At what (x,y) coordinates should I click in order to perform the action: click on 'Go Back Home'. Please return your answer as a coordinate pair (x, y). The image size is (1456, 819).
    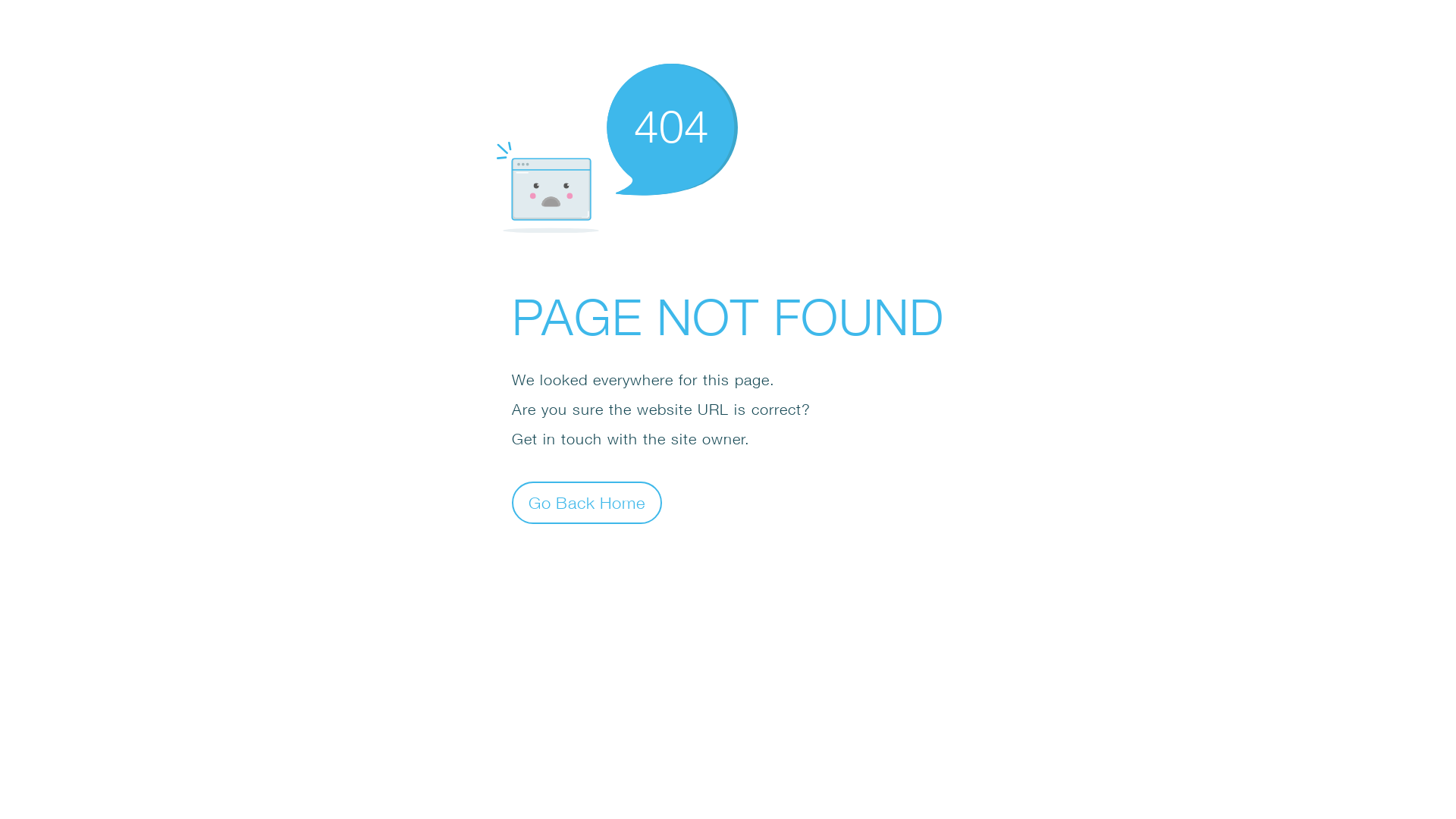
    Looking at the image, I should click on (585, 503).